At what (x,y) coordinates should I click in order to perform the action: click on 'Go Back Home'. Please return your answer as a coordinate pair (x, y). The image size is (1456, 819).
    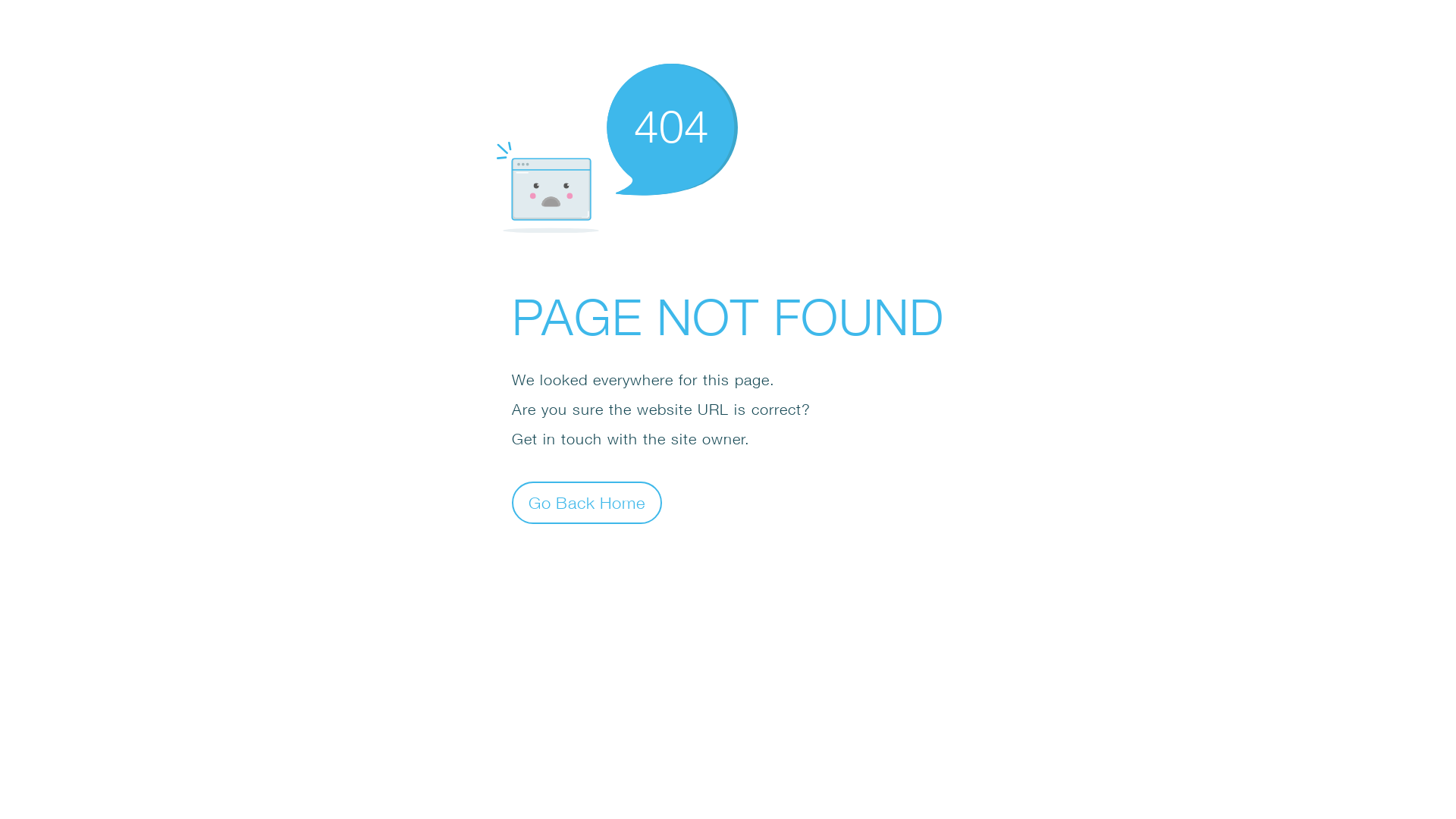
    Looking at the image, I should click on (585, 503).